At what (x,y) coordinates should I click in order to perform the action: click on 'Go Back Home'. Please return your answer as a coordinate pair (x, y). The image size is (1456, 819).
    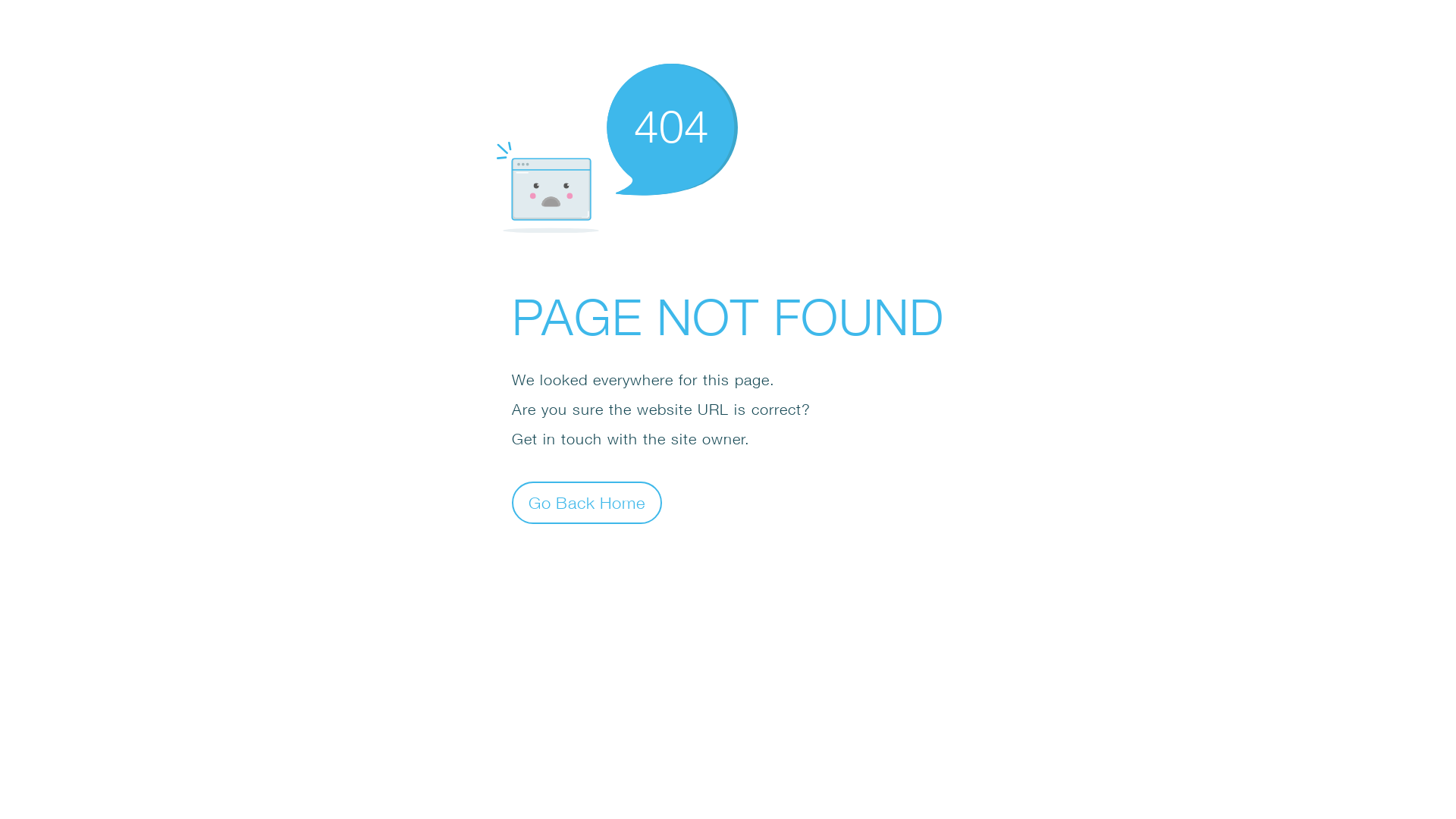
    Looking at the image, I should click on (585, 503).